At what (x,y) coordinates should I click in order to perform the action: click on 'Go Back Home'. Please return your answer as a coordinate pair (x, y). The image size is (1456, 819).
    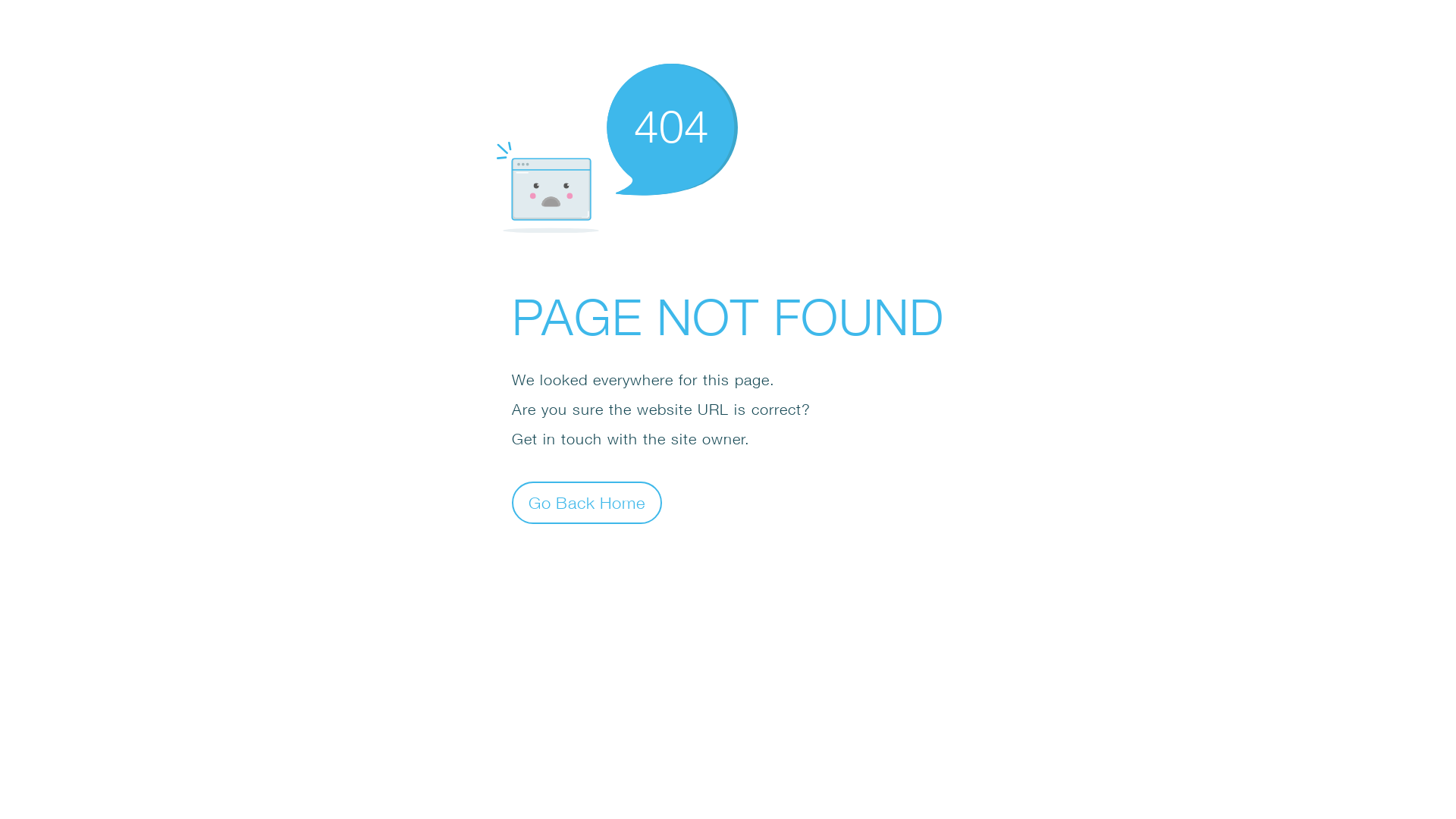
    Looking at the image, I should click on (585, 503).